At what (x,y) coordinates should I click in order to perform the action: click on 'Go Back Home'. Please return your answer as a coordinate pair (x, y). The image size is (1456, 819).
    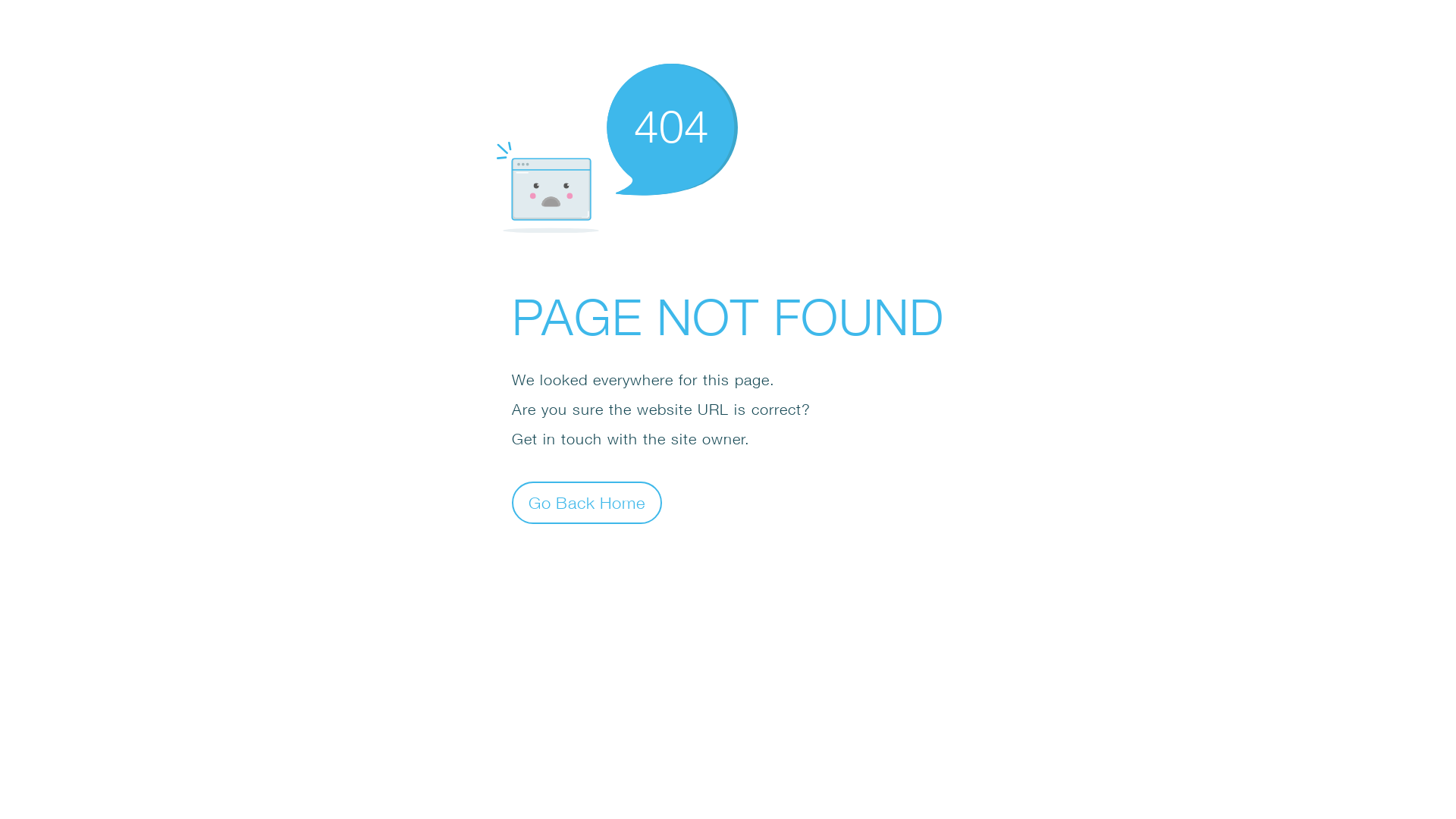
    Looking at the image, I should click on (585, 503).